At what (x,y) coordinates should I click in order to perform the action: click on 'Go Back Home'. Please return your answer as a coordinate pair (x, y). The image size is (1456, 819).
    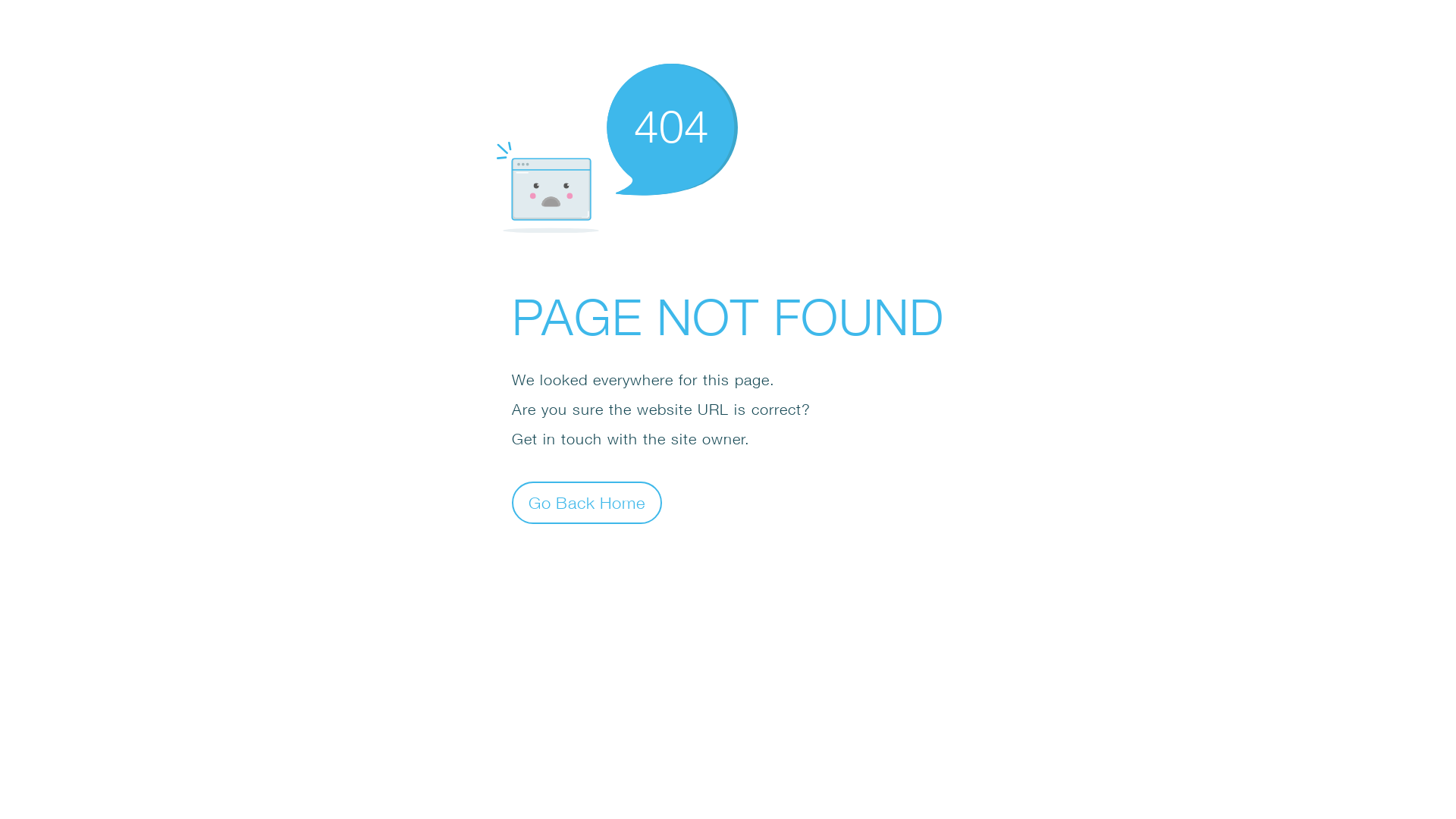
    Looking at the image, I should click on (585, 503).